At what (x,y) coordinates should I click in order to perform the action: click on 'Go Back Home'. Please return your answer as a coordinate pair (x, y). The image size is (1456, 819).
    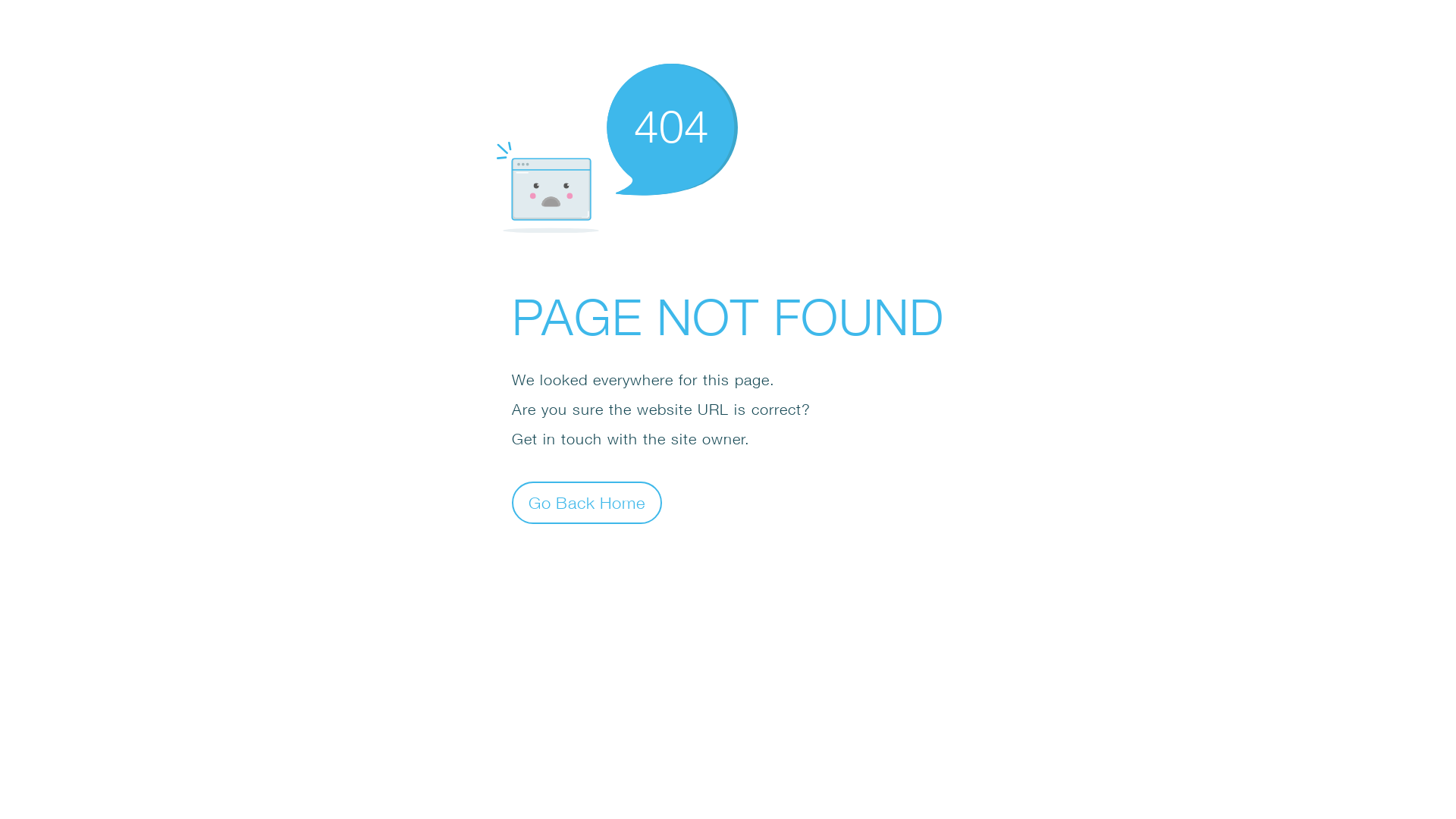
    Looking at the image, I should click on (585, 503).